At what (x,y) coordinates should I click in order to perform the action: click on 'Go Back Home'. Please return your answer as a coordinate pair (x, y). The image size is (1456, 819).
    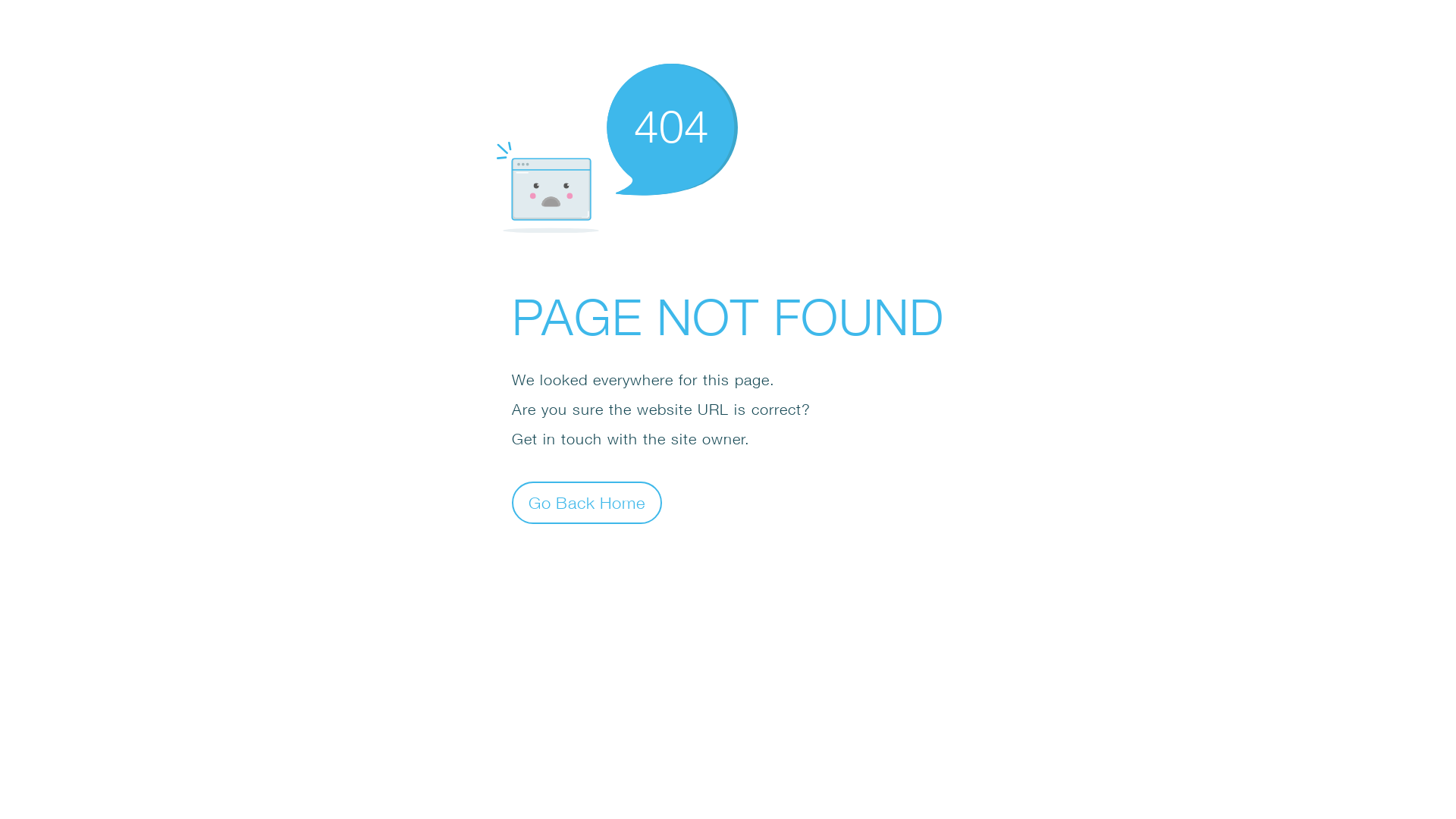
    Looking at the image, I should click on (585, 503).